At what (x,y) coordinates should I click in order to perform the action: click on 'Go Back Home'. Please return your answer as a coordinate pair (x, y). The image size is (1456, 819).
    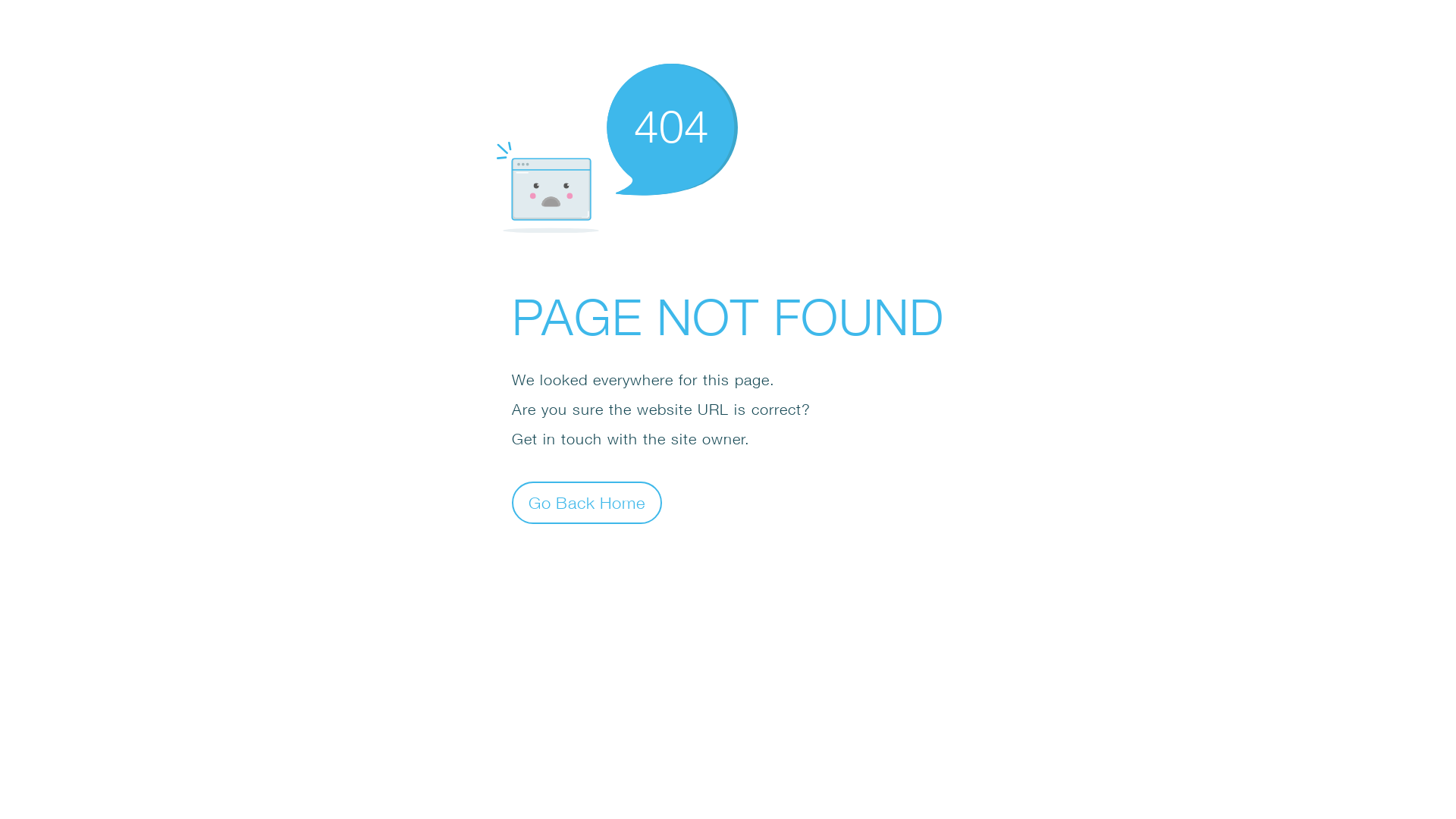
    Looking at the image, I should click on (585, 503).